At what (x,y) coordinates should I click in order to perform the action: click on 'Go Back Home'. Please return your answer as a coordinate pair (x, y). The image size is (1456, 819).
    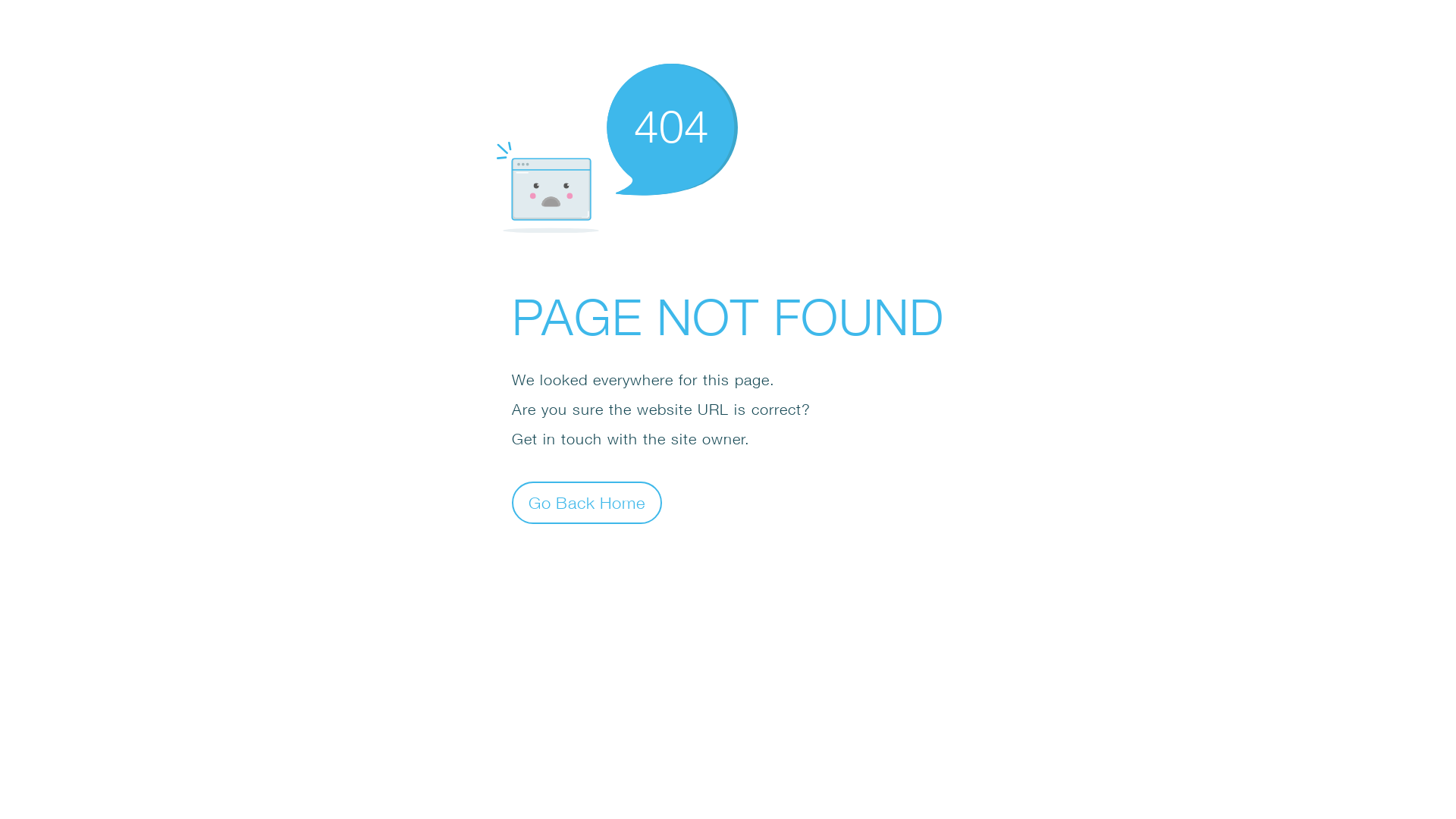
    Looking at the image, I should click on (585, 503).